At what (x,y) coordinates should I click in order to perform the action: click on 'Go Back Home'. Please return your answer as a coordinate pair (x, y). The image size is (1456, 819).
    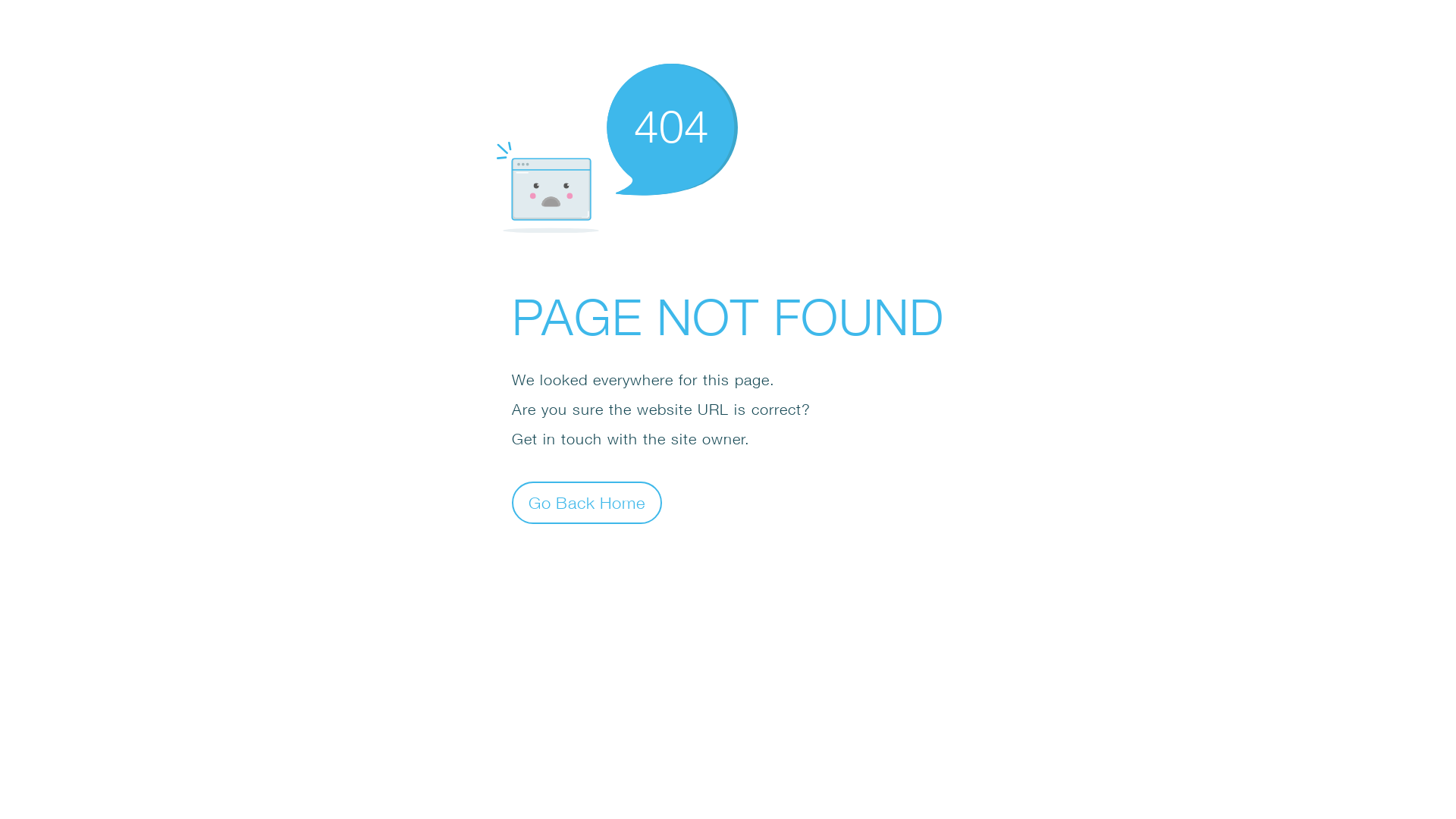
    Looking at the image, I should click on (585, 503).